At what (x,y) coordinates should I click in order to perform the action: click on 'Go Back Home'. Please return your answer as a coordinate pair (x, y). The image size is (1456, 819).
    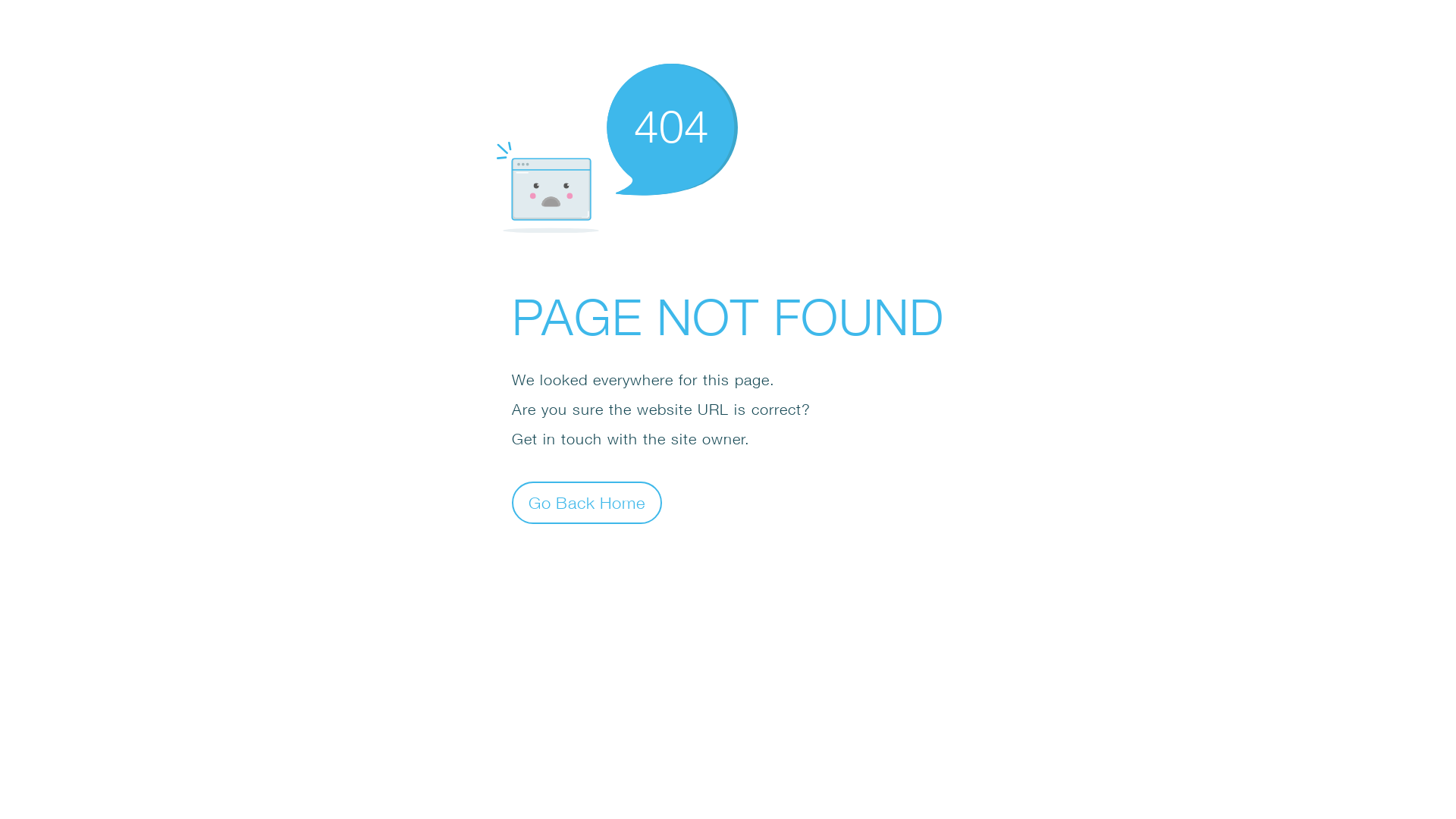
    Looking at the image, I should click on (585, 503).